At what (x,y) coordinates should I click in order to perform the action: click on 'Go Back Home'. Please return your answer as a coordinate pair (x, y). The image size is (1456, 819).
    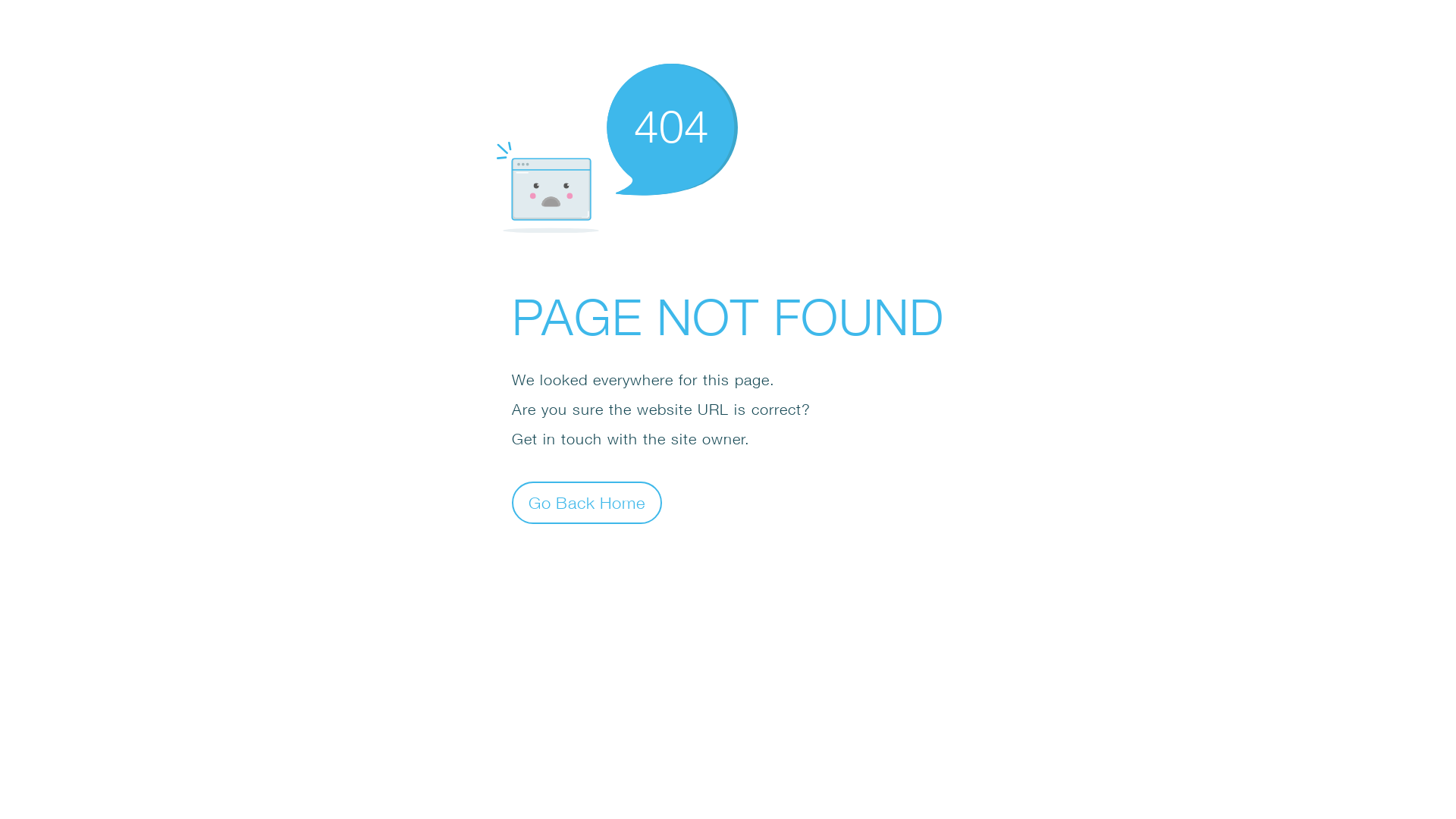
    Looking at the image, I should click on (585, 503).